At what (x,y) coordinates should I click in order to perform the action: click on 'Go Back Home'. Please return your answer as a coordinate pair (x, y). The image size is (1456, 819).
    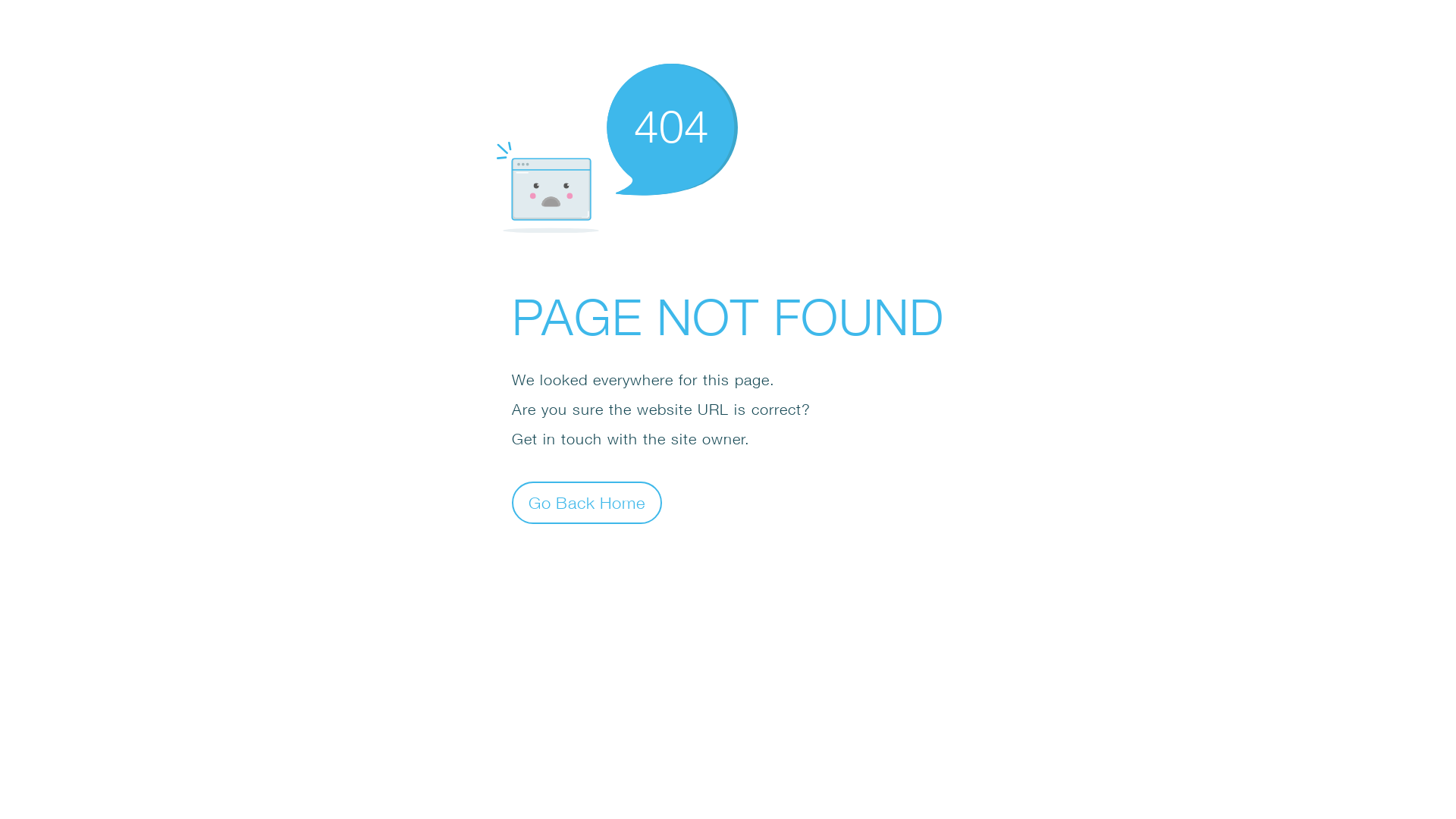
    Looking at the image, I should click on (585, 503).